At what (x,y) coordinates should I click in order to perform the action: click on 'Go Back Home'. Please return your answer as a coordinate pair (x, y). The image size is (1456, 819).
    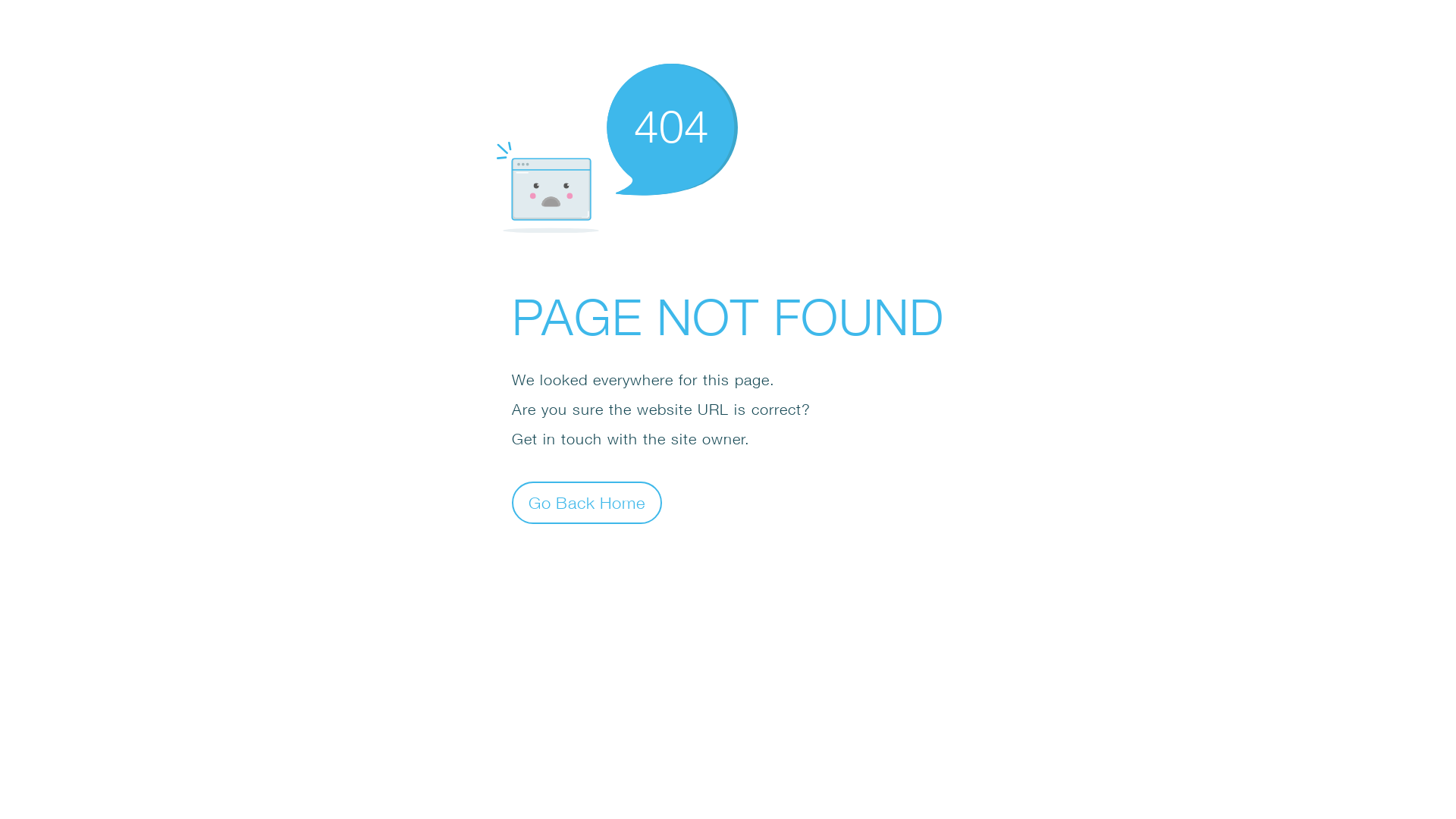
    Looking at the image, I should click on (585, 503).